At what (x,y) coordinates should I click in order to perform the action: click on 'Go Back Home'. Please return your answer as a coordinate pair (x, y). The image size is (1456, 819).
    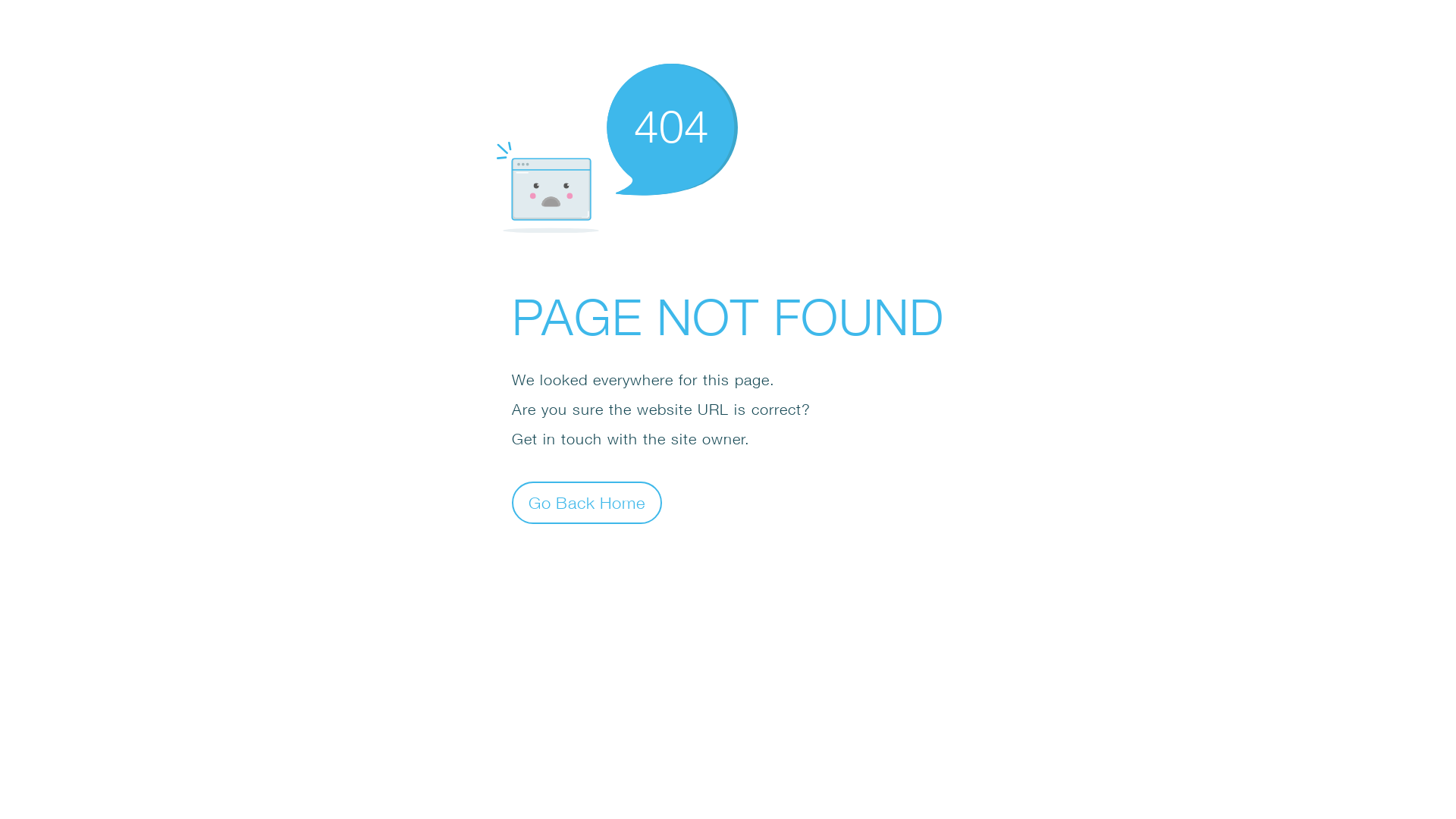
    Looking at the image, I should click on (585, 503).